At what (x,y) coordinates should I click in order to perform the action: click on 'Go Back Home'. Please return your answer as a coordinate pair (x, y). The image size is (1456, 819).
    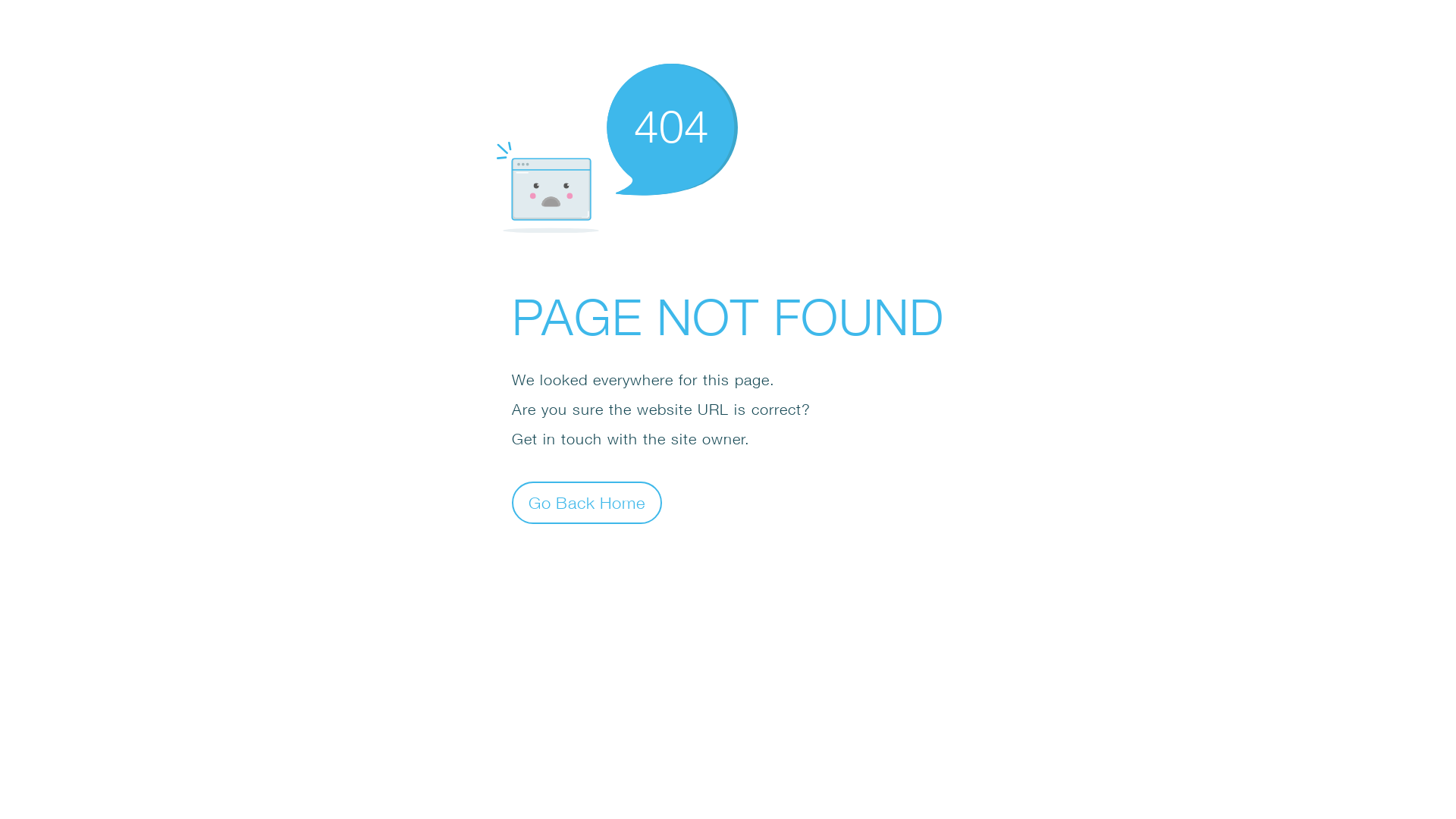
    Looking at the image, I should click on (585, 503).